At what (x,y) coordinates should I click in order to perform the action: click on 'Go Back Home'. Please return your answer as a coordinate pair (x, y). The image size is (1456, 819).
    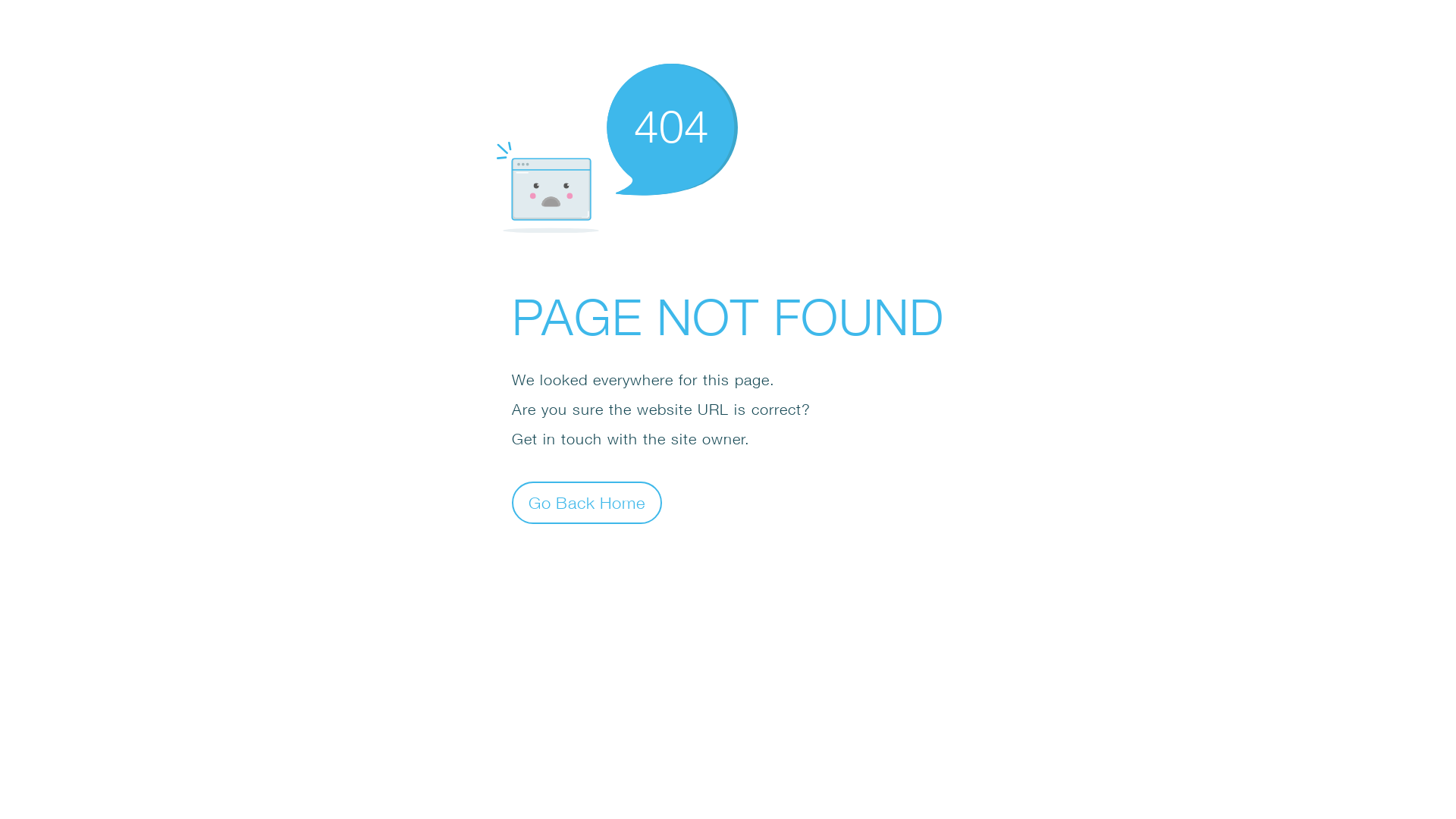
    Looking at the image, I should click on (585, 503).